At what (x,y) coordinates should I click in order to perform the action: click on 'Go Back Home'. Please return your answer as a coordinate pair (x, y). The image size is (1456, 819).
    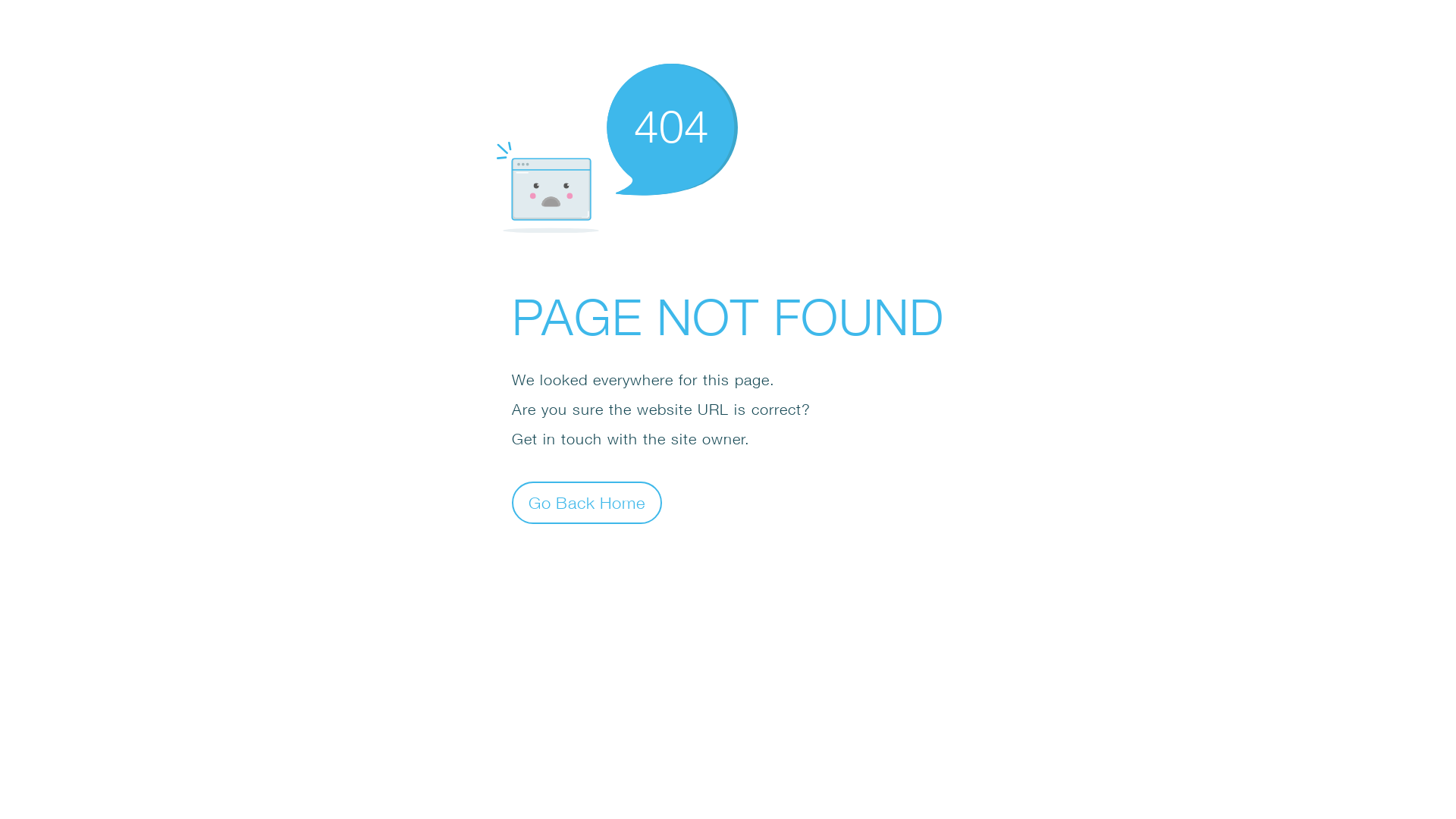
    Looking at the image, I should click on (585, 503).